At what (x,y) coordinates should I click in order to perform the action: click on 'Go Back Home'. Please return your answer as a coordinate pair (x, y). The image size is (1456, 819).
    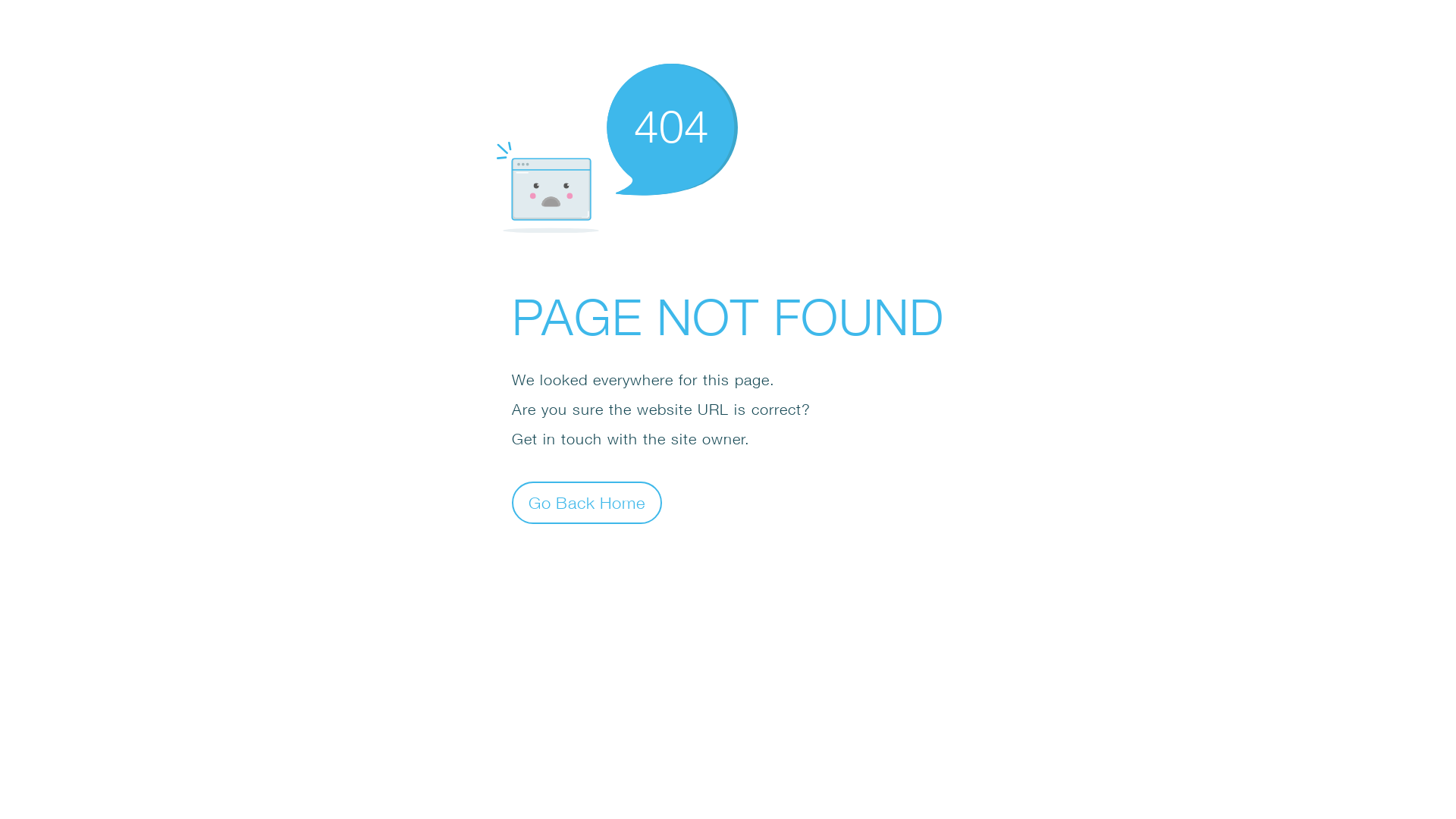
    Looking at the image, I should click on (585, 503).